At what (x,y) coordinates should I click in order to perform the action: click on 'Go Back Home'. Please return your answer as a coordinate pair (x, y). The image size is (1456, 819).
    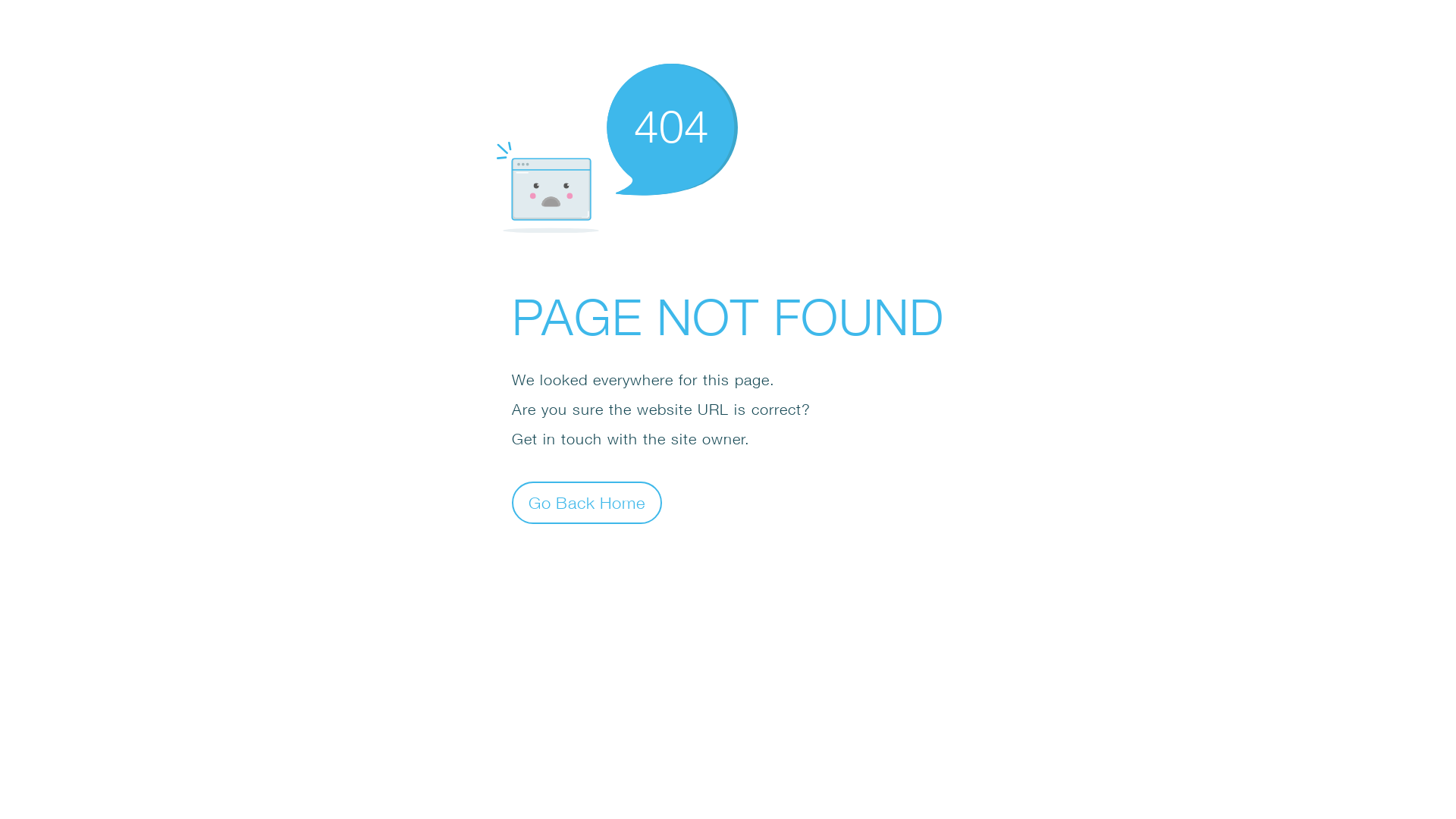
    Looking at the image, I should click on (585, 503).